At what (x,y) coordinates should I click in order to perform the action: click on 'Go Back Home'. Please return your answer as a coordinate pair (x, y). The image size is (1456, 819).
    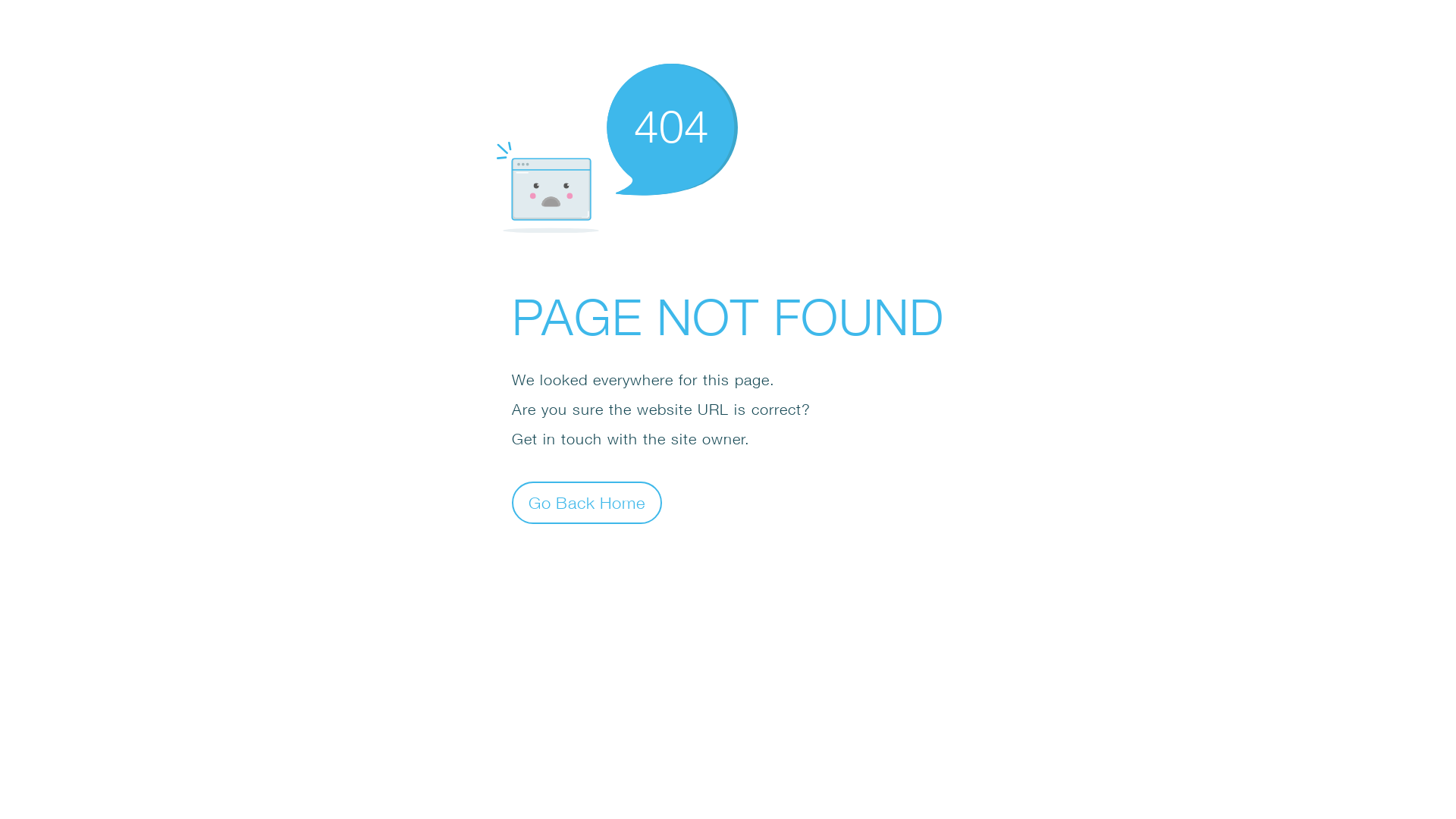
    Looking at the image, I should click on (585, 503).